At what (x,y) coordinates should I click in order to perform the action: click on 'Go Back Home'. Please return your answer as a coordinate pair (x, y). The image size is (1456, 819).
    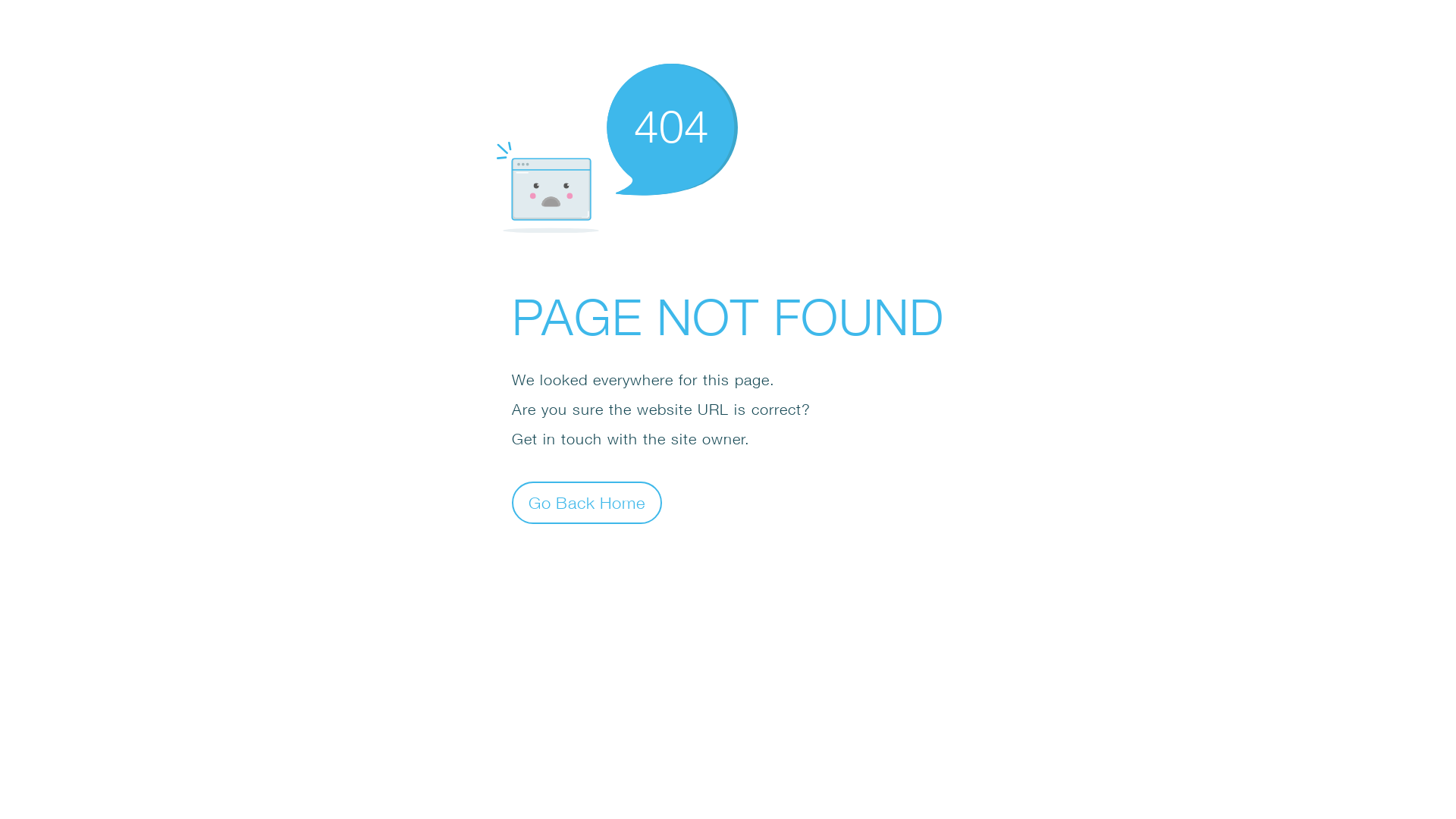
    Looking at the image, I should click on (585, 503).